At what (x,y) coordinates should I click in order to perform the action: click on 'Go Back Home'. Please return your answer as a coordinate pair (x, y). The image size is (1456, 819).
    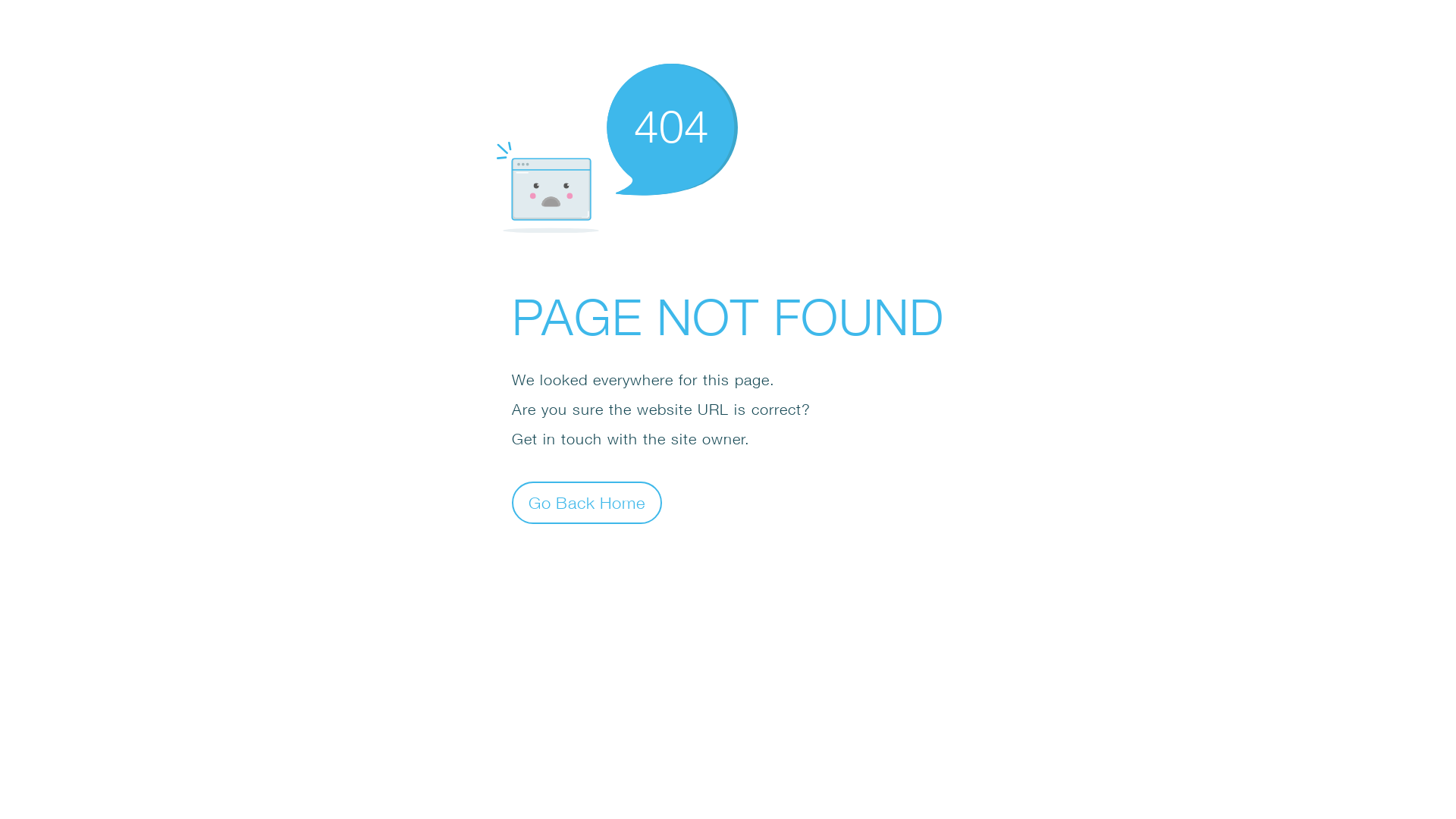
    Looking at the image, I should click on (585, 503).